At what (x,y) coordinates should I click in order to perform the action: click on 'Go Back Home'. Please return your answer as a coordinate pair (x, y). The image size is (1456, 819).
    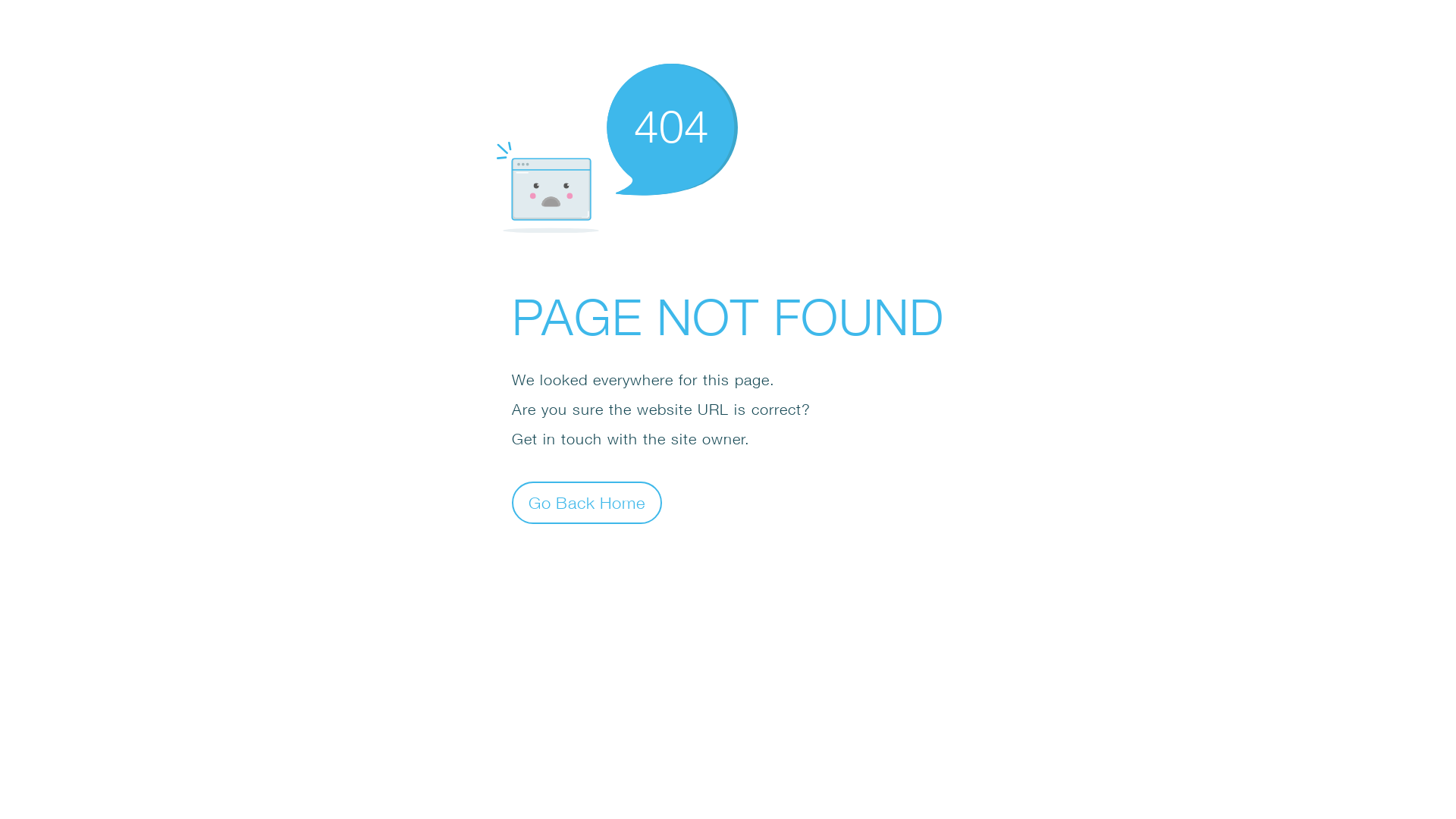
    Looking at the image, I should click on (585, 503).